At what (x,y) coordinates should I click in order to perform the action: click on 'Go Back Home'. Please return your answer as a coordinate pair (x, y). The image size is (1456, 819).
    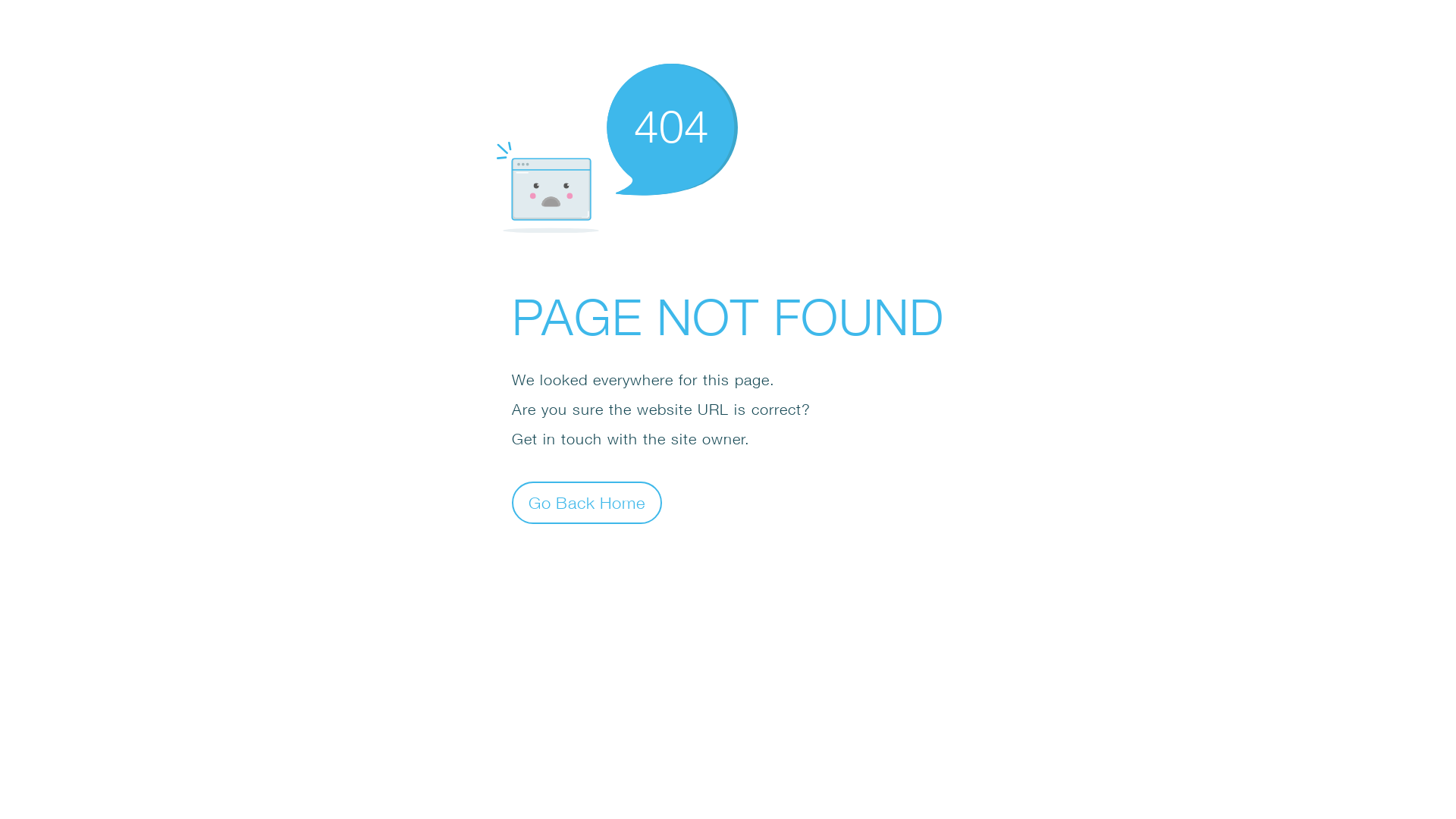
    Looking at the image, I should click on (585, 503).